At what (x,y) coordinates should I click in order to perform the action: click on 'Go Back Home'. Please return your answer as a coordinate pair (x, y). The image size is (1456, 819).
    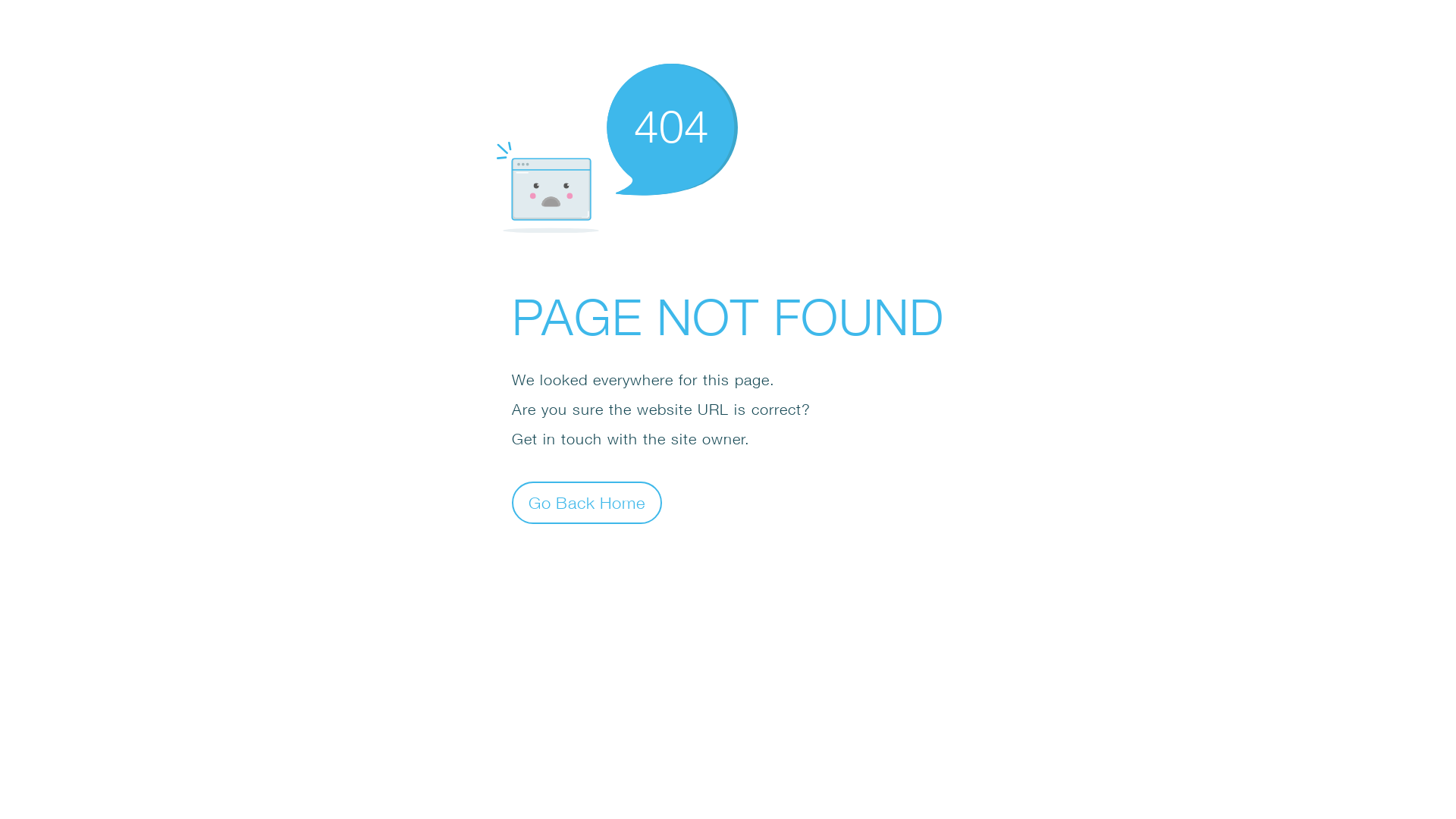
    Looking at the image, I should click on (585, 503).